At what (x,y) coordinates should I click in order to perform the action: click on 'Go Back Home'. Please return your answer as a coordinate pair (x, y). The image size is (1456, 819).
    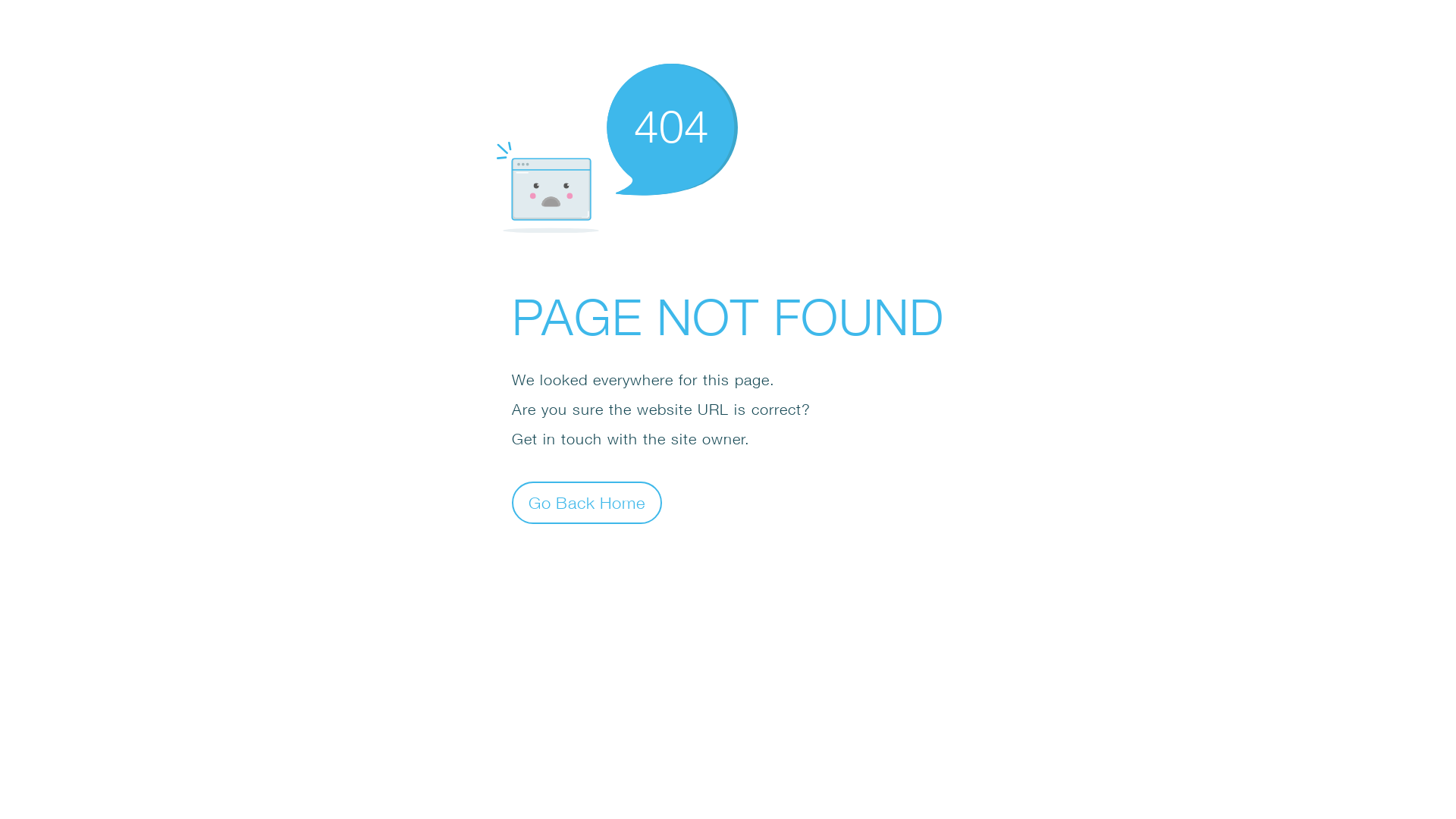
    Looking at the image, I should click on (585, 503).